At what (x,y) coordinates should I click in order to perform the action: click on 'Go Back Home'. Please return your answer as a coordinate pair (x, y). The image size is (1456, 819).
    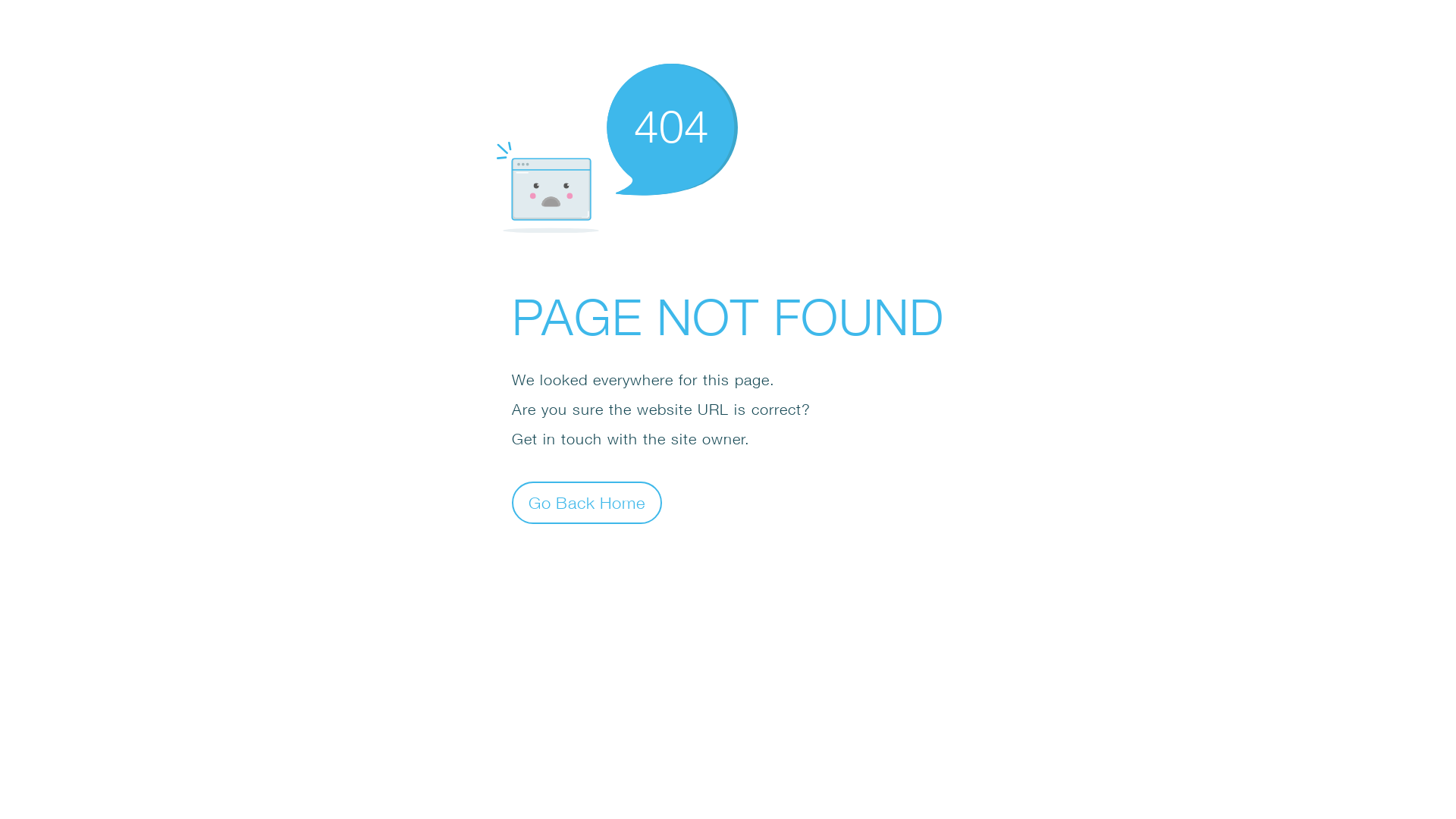
    Looking at the image, I should click on (585, 503).